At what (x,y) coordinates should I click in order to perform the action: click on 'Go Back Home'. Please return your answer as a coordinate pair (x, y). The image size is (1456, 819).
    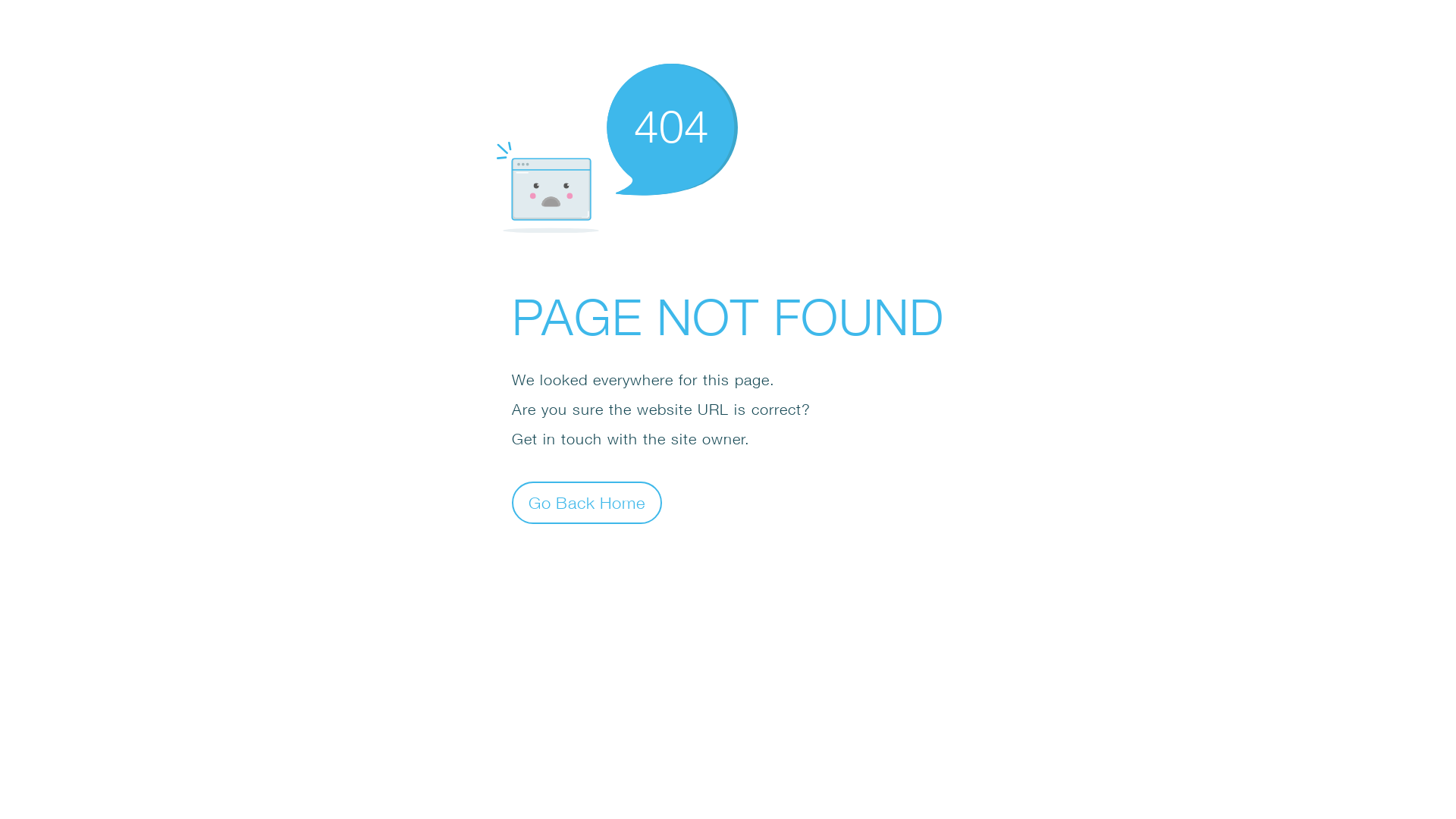
    Looking at the image, I should click on (585, 503).